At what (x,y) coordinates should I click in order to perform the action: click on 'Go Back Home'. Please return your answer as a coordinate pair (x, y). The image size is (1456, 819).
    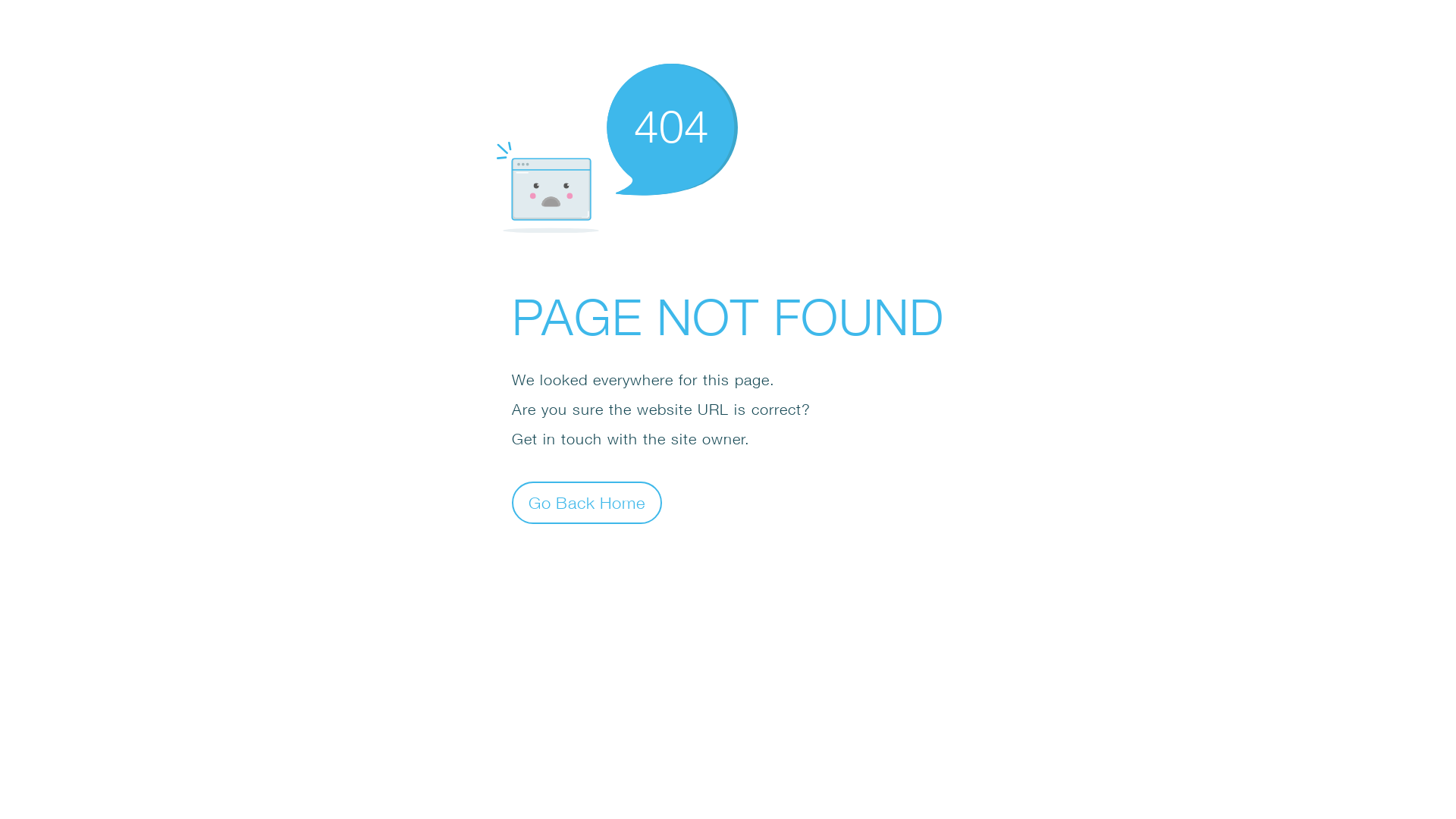
    Looking at the image, I should click on (585, 503).